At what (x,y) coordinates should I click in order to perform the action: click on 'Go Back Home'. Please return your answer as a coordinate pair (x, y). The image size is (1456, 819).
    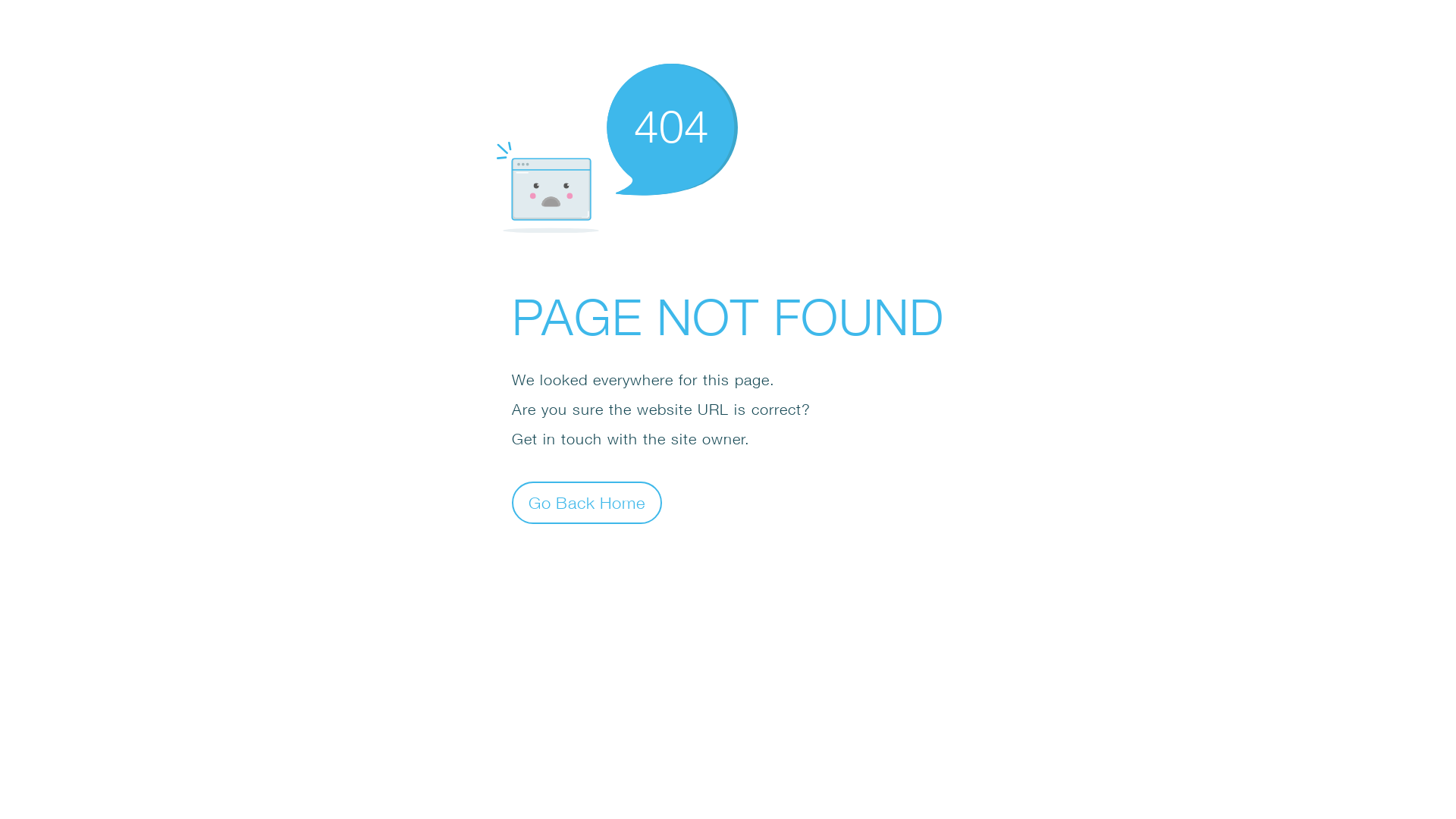
    Looking at the image, I should click on (585, 503).